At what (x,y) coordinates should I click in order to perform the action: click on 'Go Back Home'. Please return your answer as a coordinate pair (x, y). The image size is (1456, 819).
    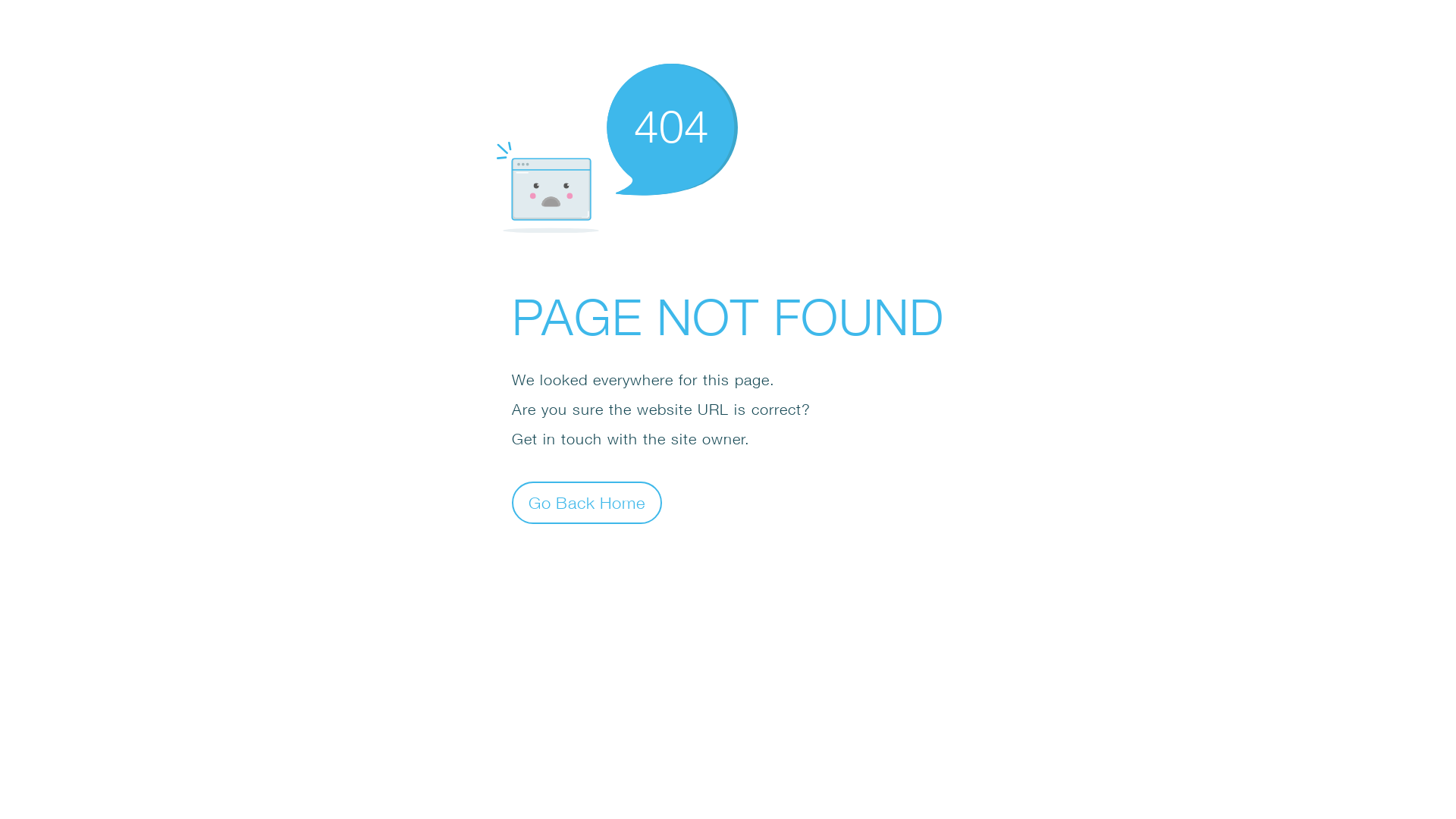
    Looking at the image, I should click on (585, 503).